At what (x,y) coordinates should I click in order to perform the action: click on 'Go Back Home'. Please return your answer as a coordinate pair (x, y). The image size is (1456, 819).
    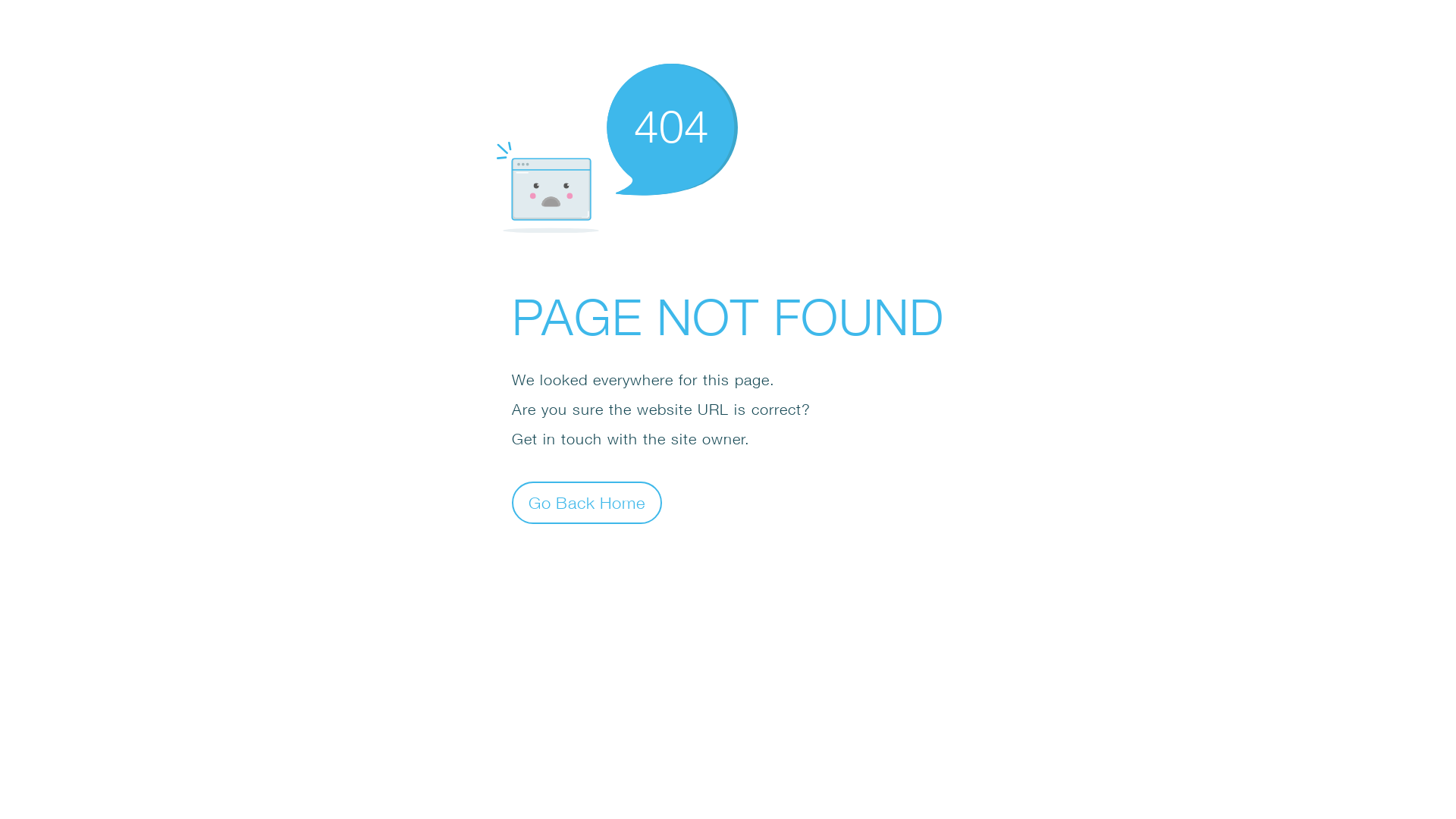
    Looking at the image, I should click on (585, 503).